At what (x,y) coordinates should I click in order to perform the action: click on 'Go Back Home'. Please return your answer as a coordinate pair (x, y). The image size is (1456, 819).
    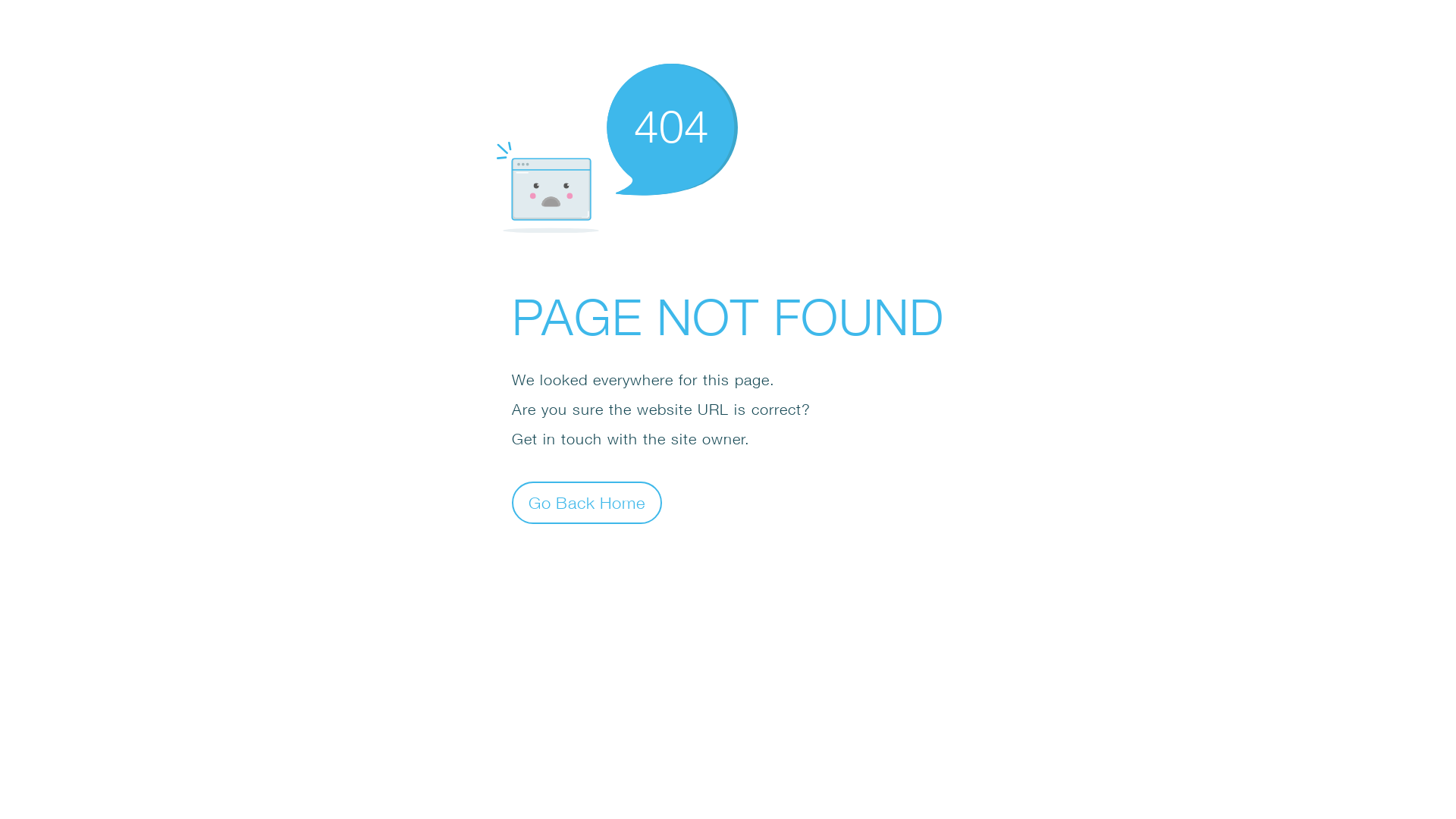
    Looking at the image, I should click on (585, 503).